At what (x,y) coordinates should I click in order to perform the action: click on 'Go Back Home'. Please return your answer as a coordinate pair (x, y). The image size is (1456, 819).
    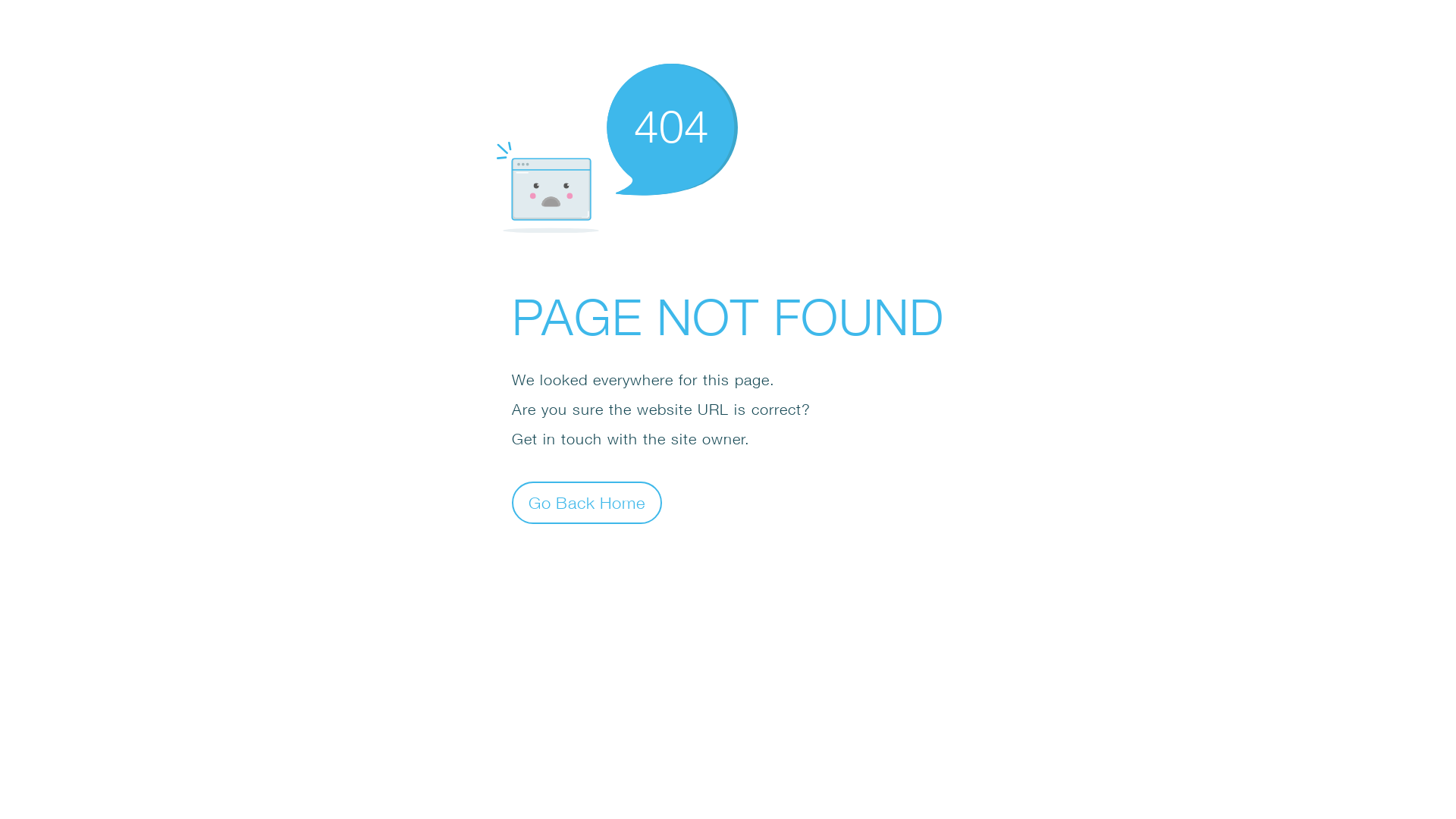
    Looking at the image, I should click on (585, 503).